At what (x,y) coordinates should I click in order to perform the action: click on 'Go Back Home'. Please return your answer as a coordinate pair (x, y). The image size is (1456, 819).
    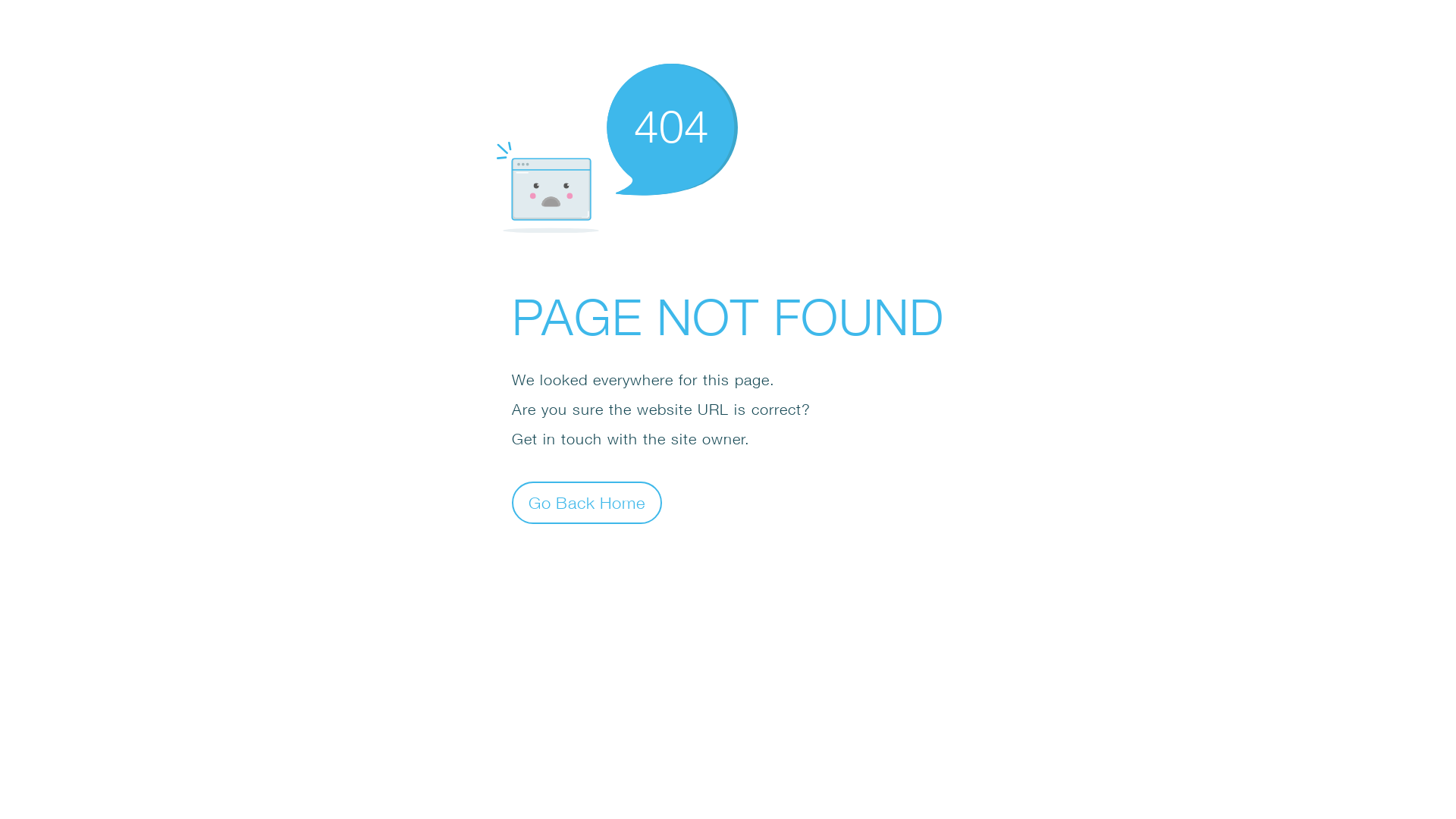
    Looking at the image, I should click on (585, 503).